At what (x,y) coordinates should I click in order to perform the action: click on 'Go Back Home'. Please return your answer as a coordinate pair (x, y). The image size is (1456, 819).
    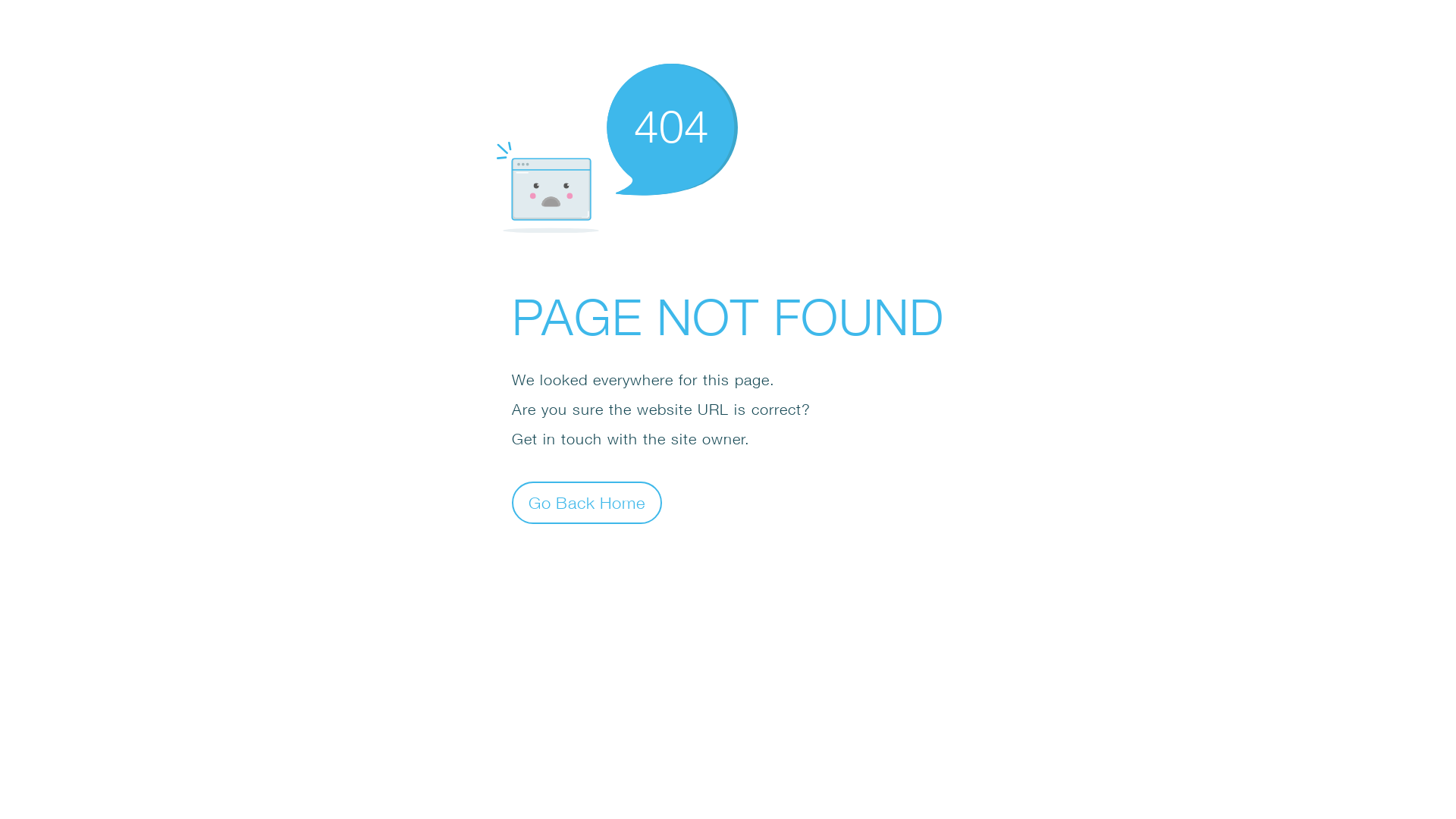
    Looking at the image, I should click on (585, 503).